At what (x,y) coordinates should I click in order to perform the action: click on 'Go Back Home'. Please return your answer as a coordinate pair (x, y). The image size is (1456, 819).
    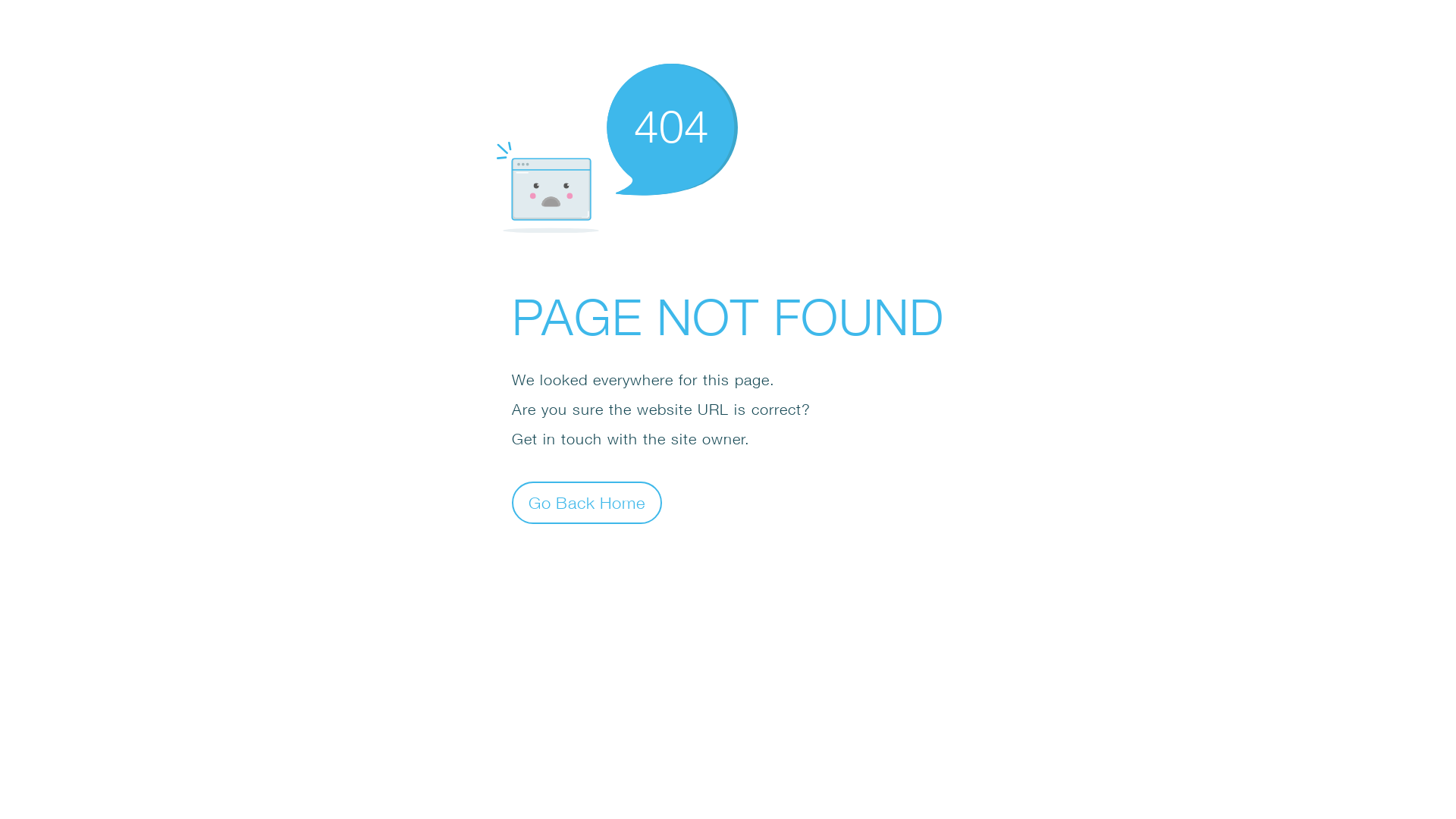
    Looking at the image, I should click on (585, 503).